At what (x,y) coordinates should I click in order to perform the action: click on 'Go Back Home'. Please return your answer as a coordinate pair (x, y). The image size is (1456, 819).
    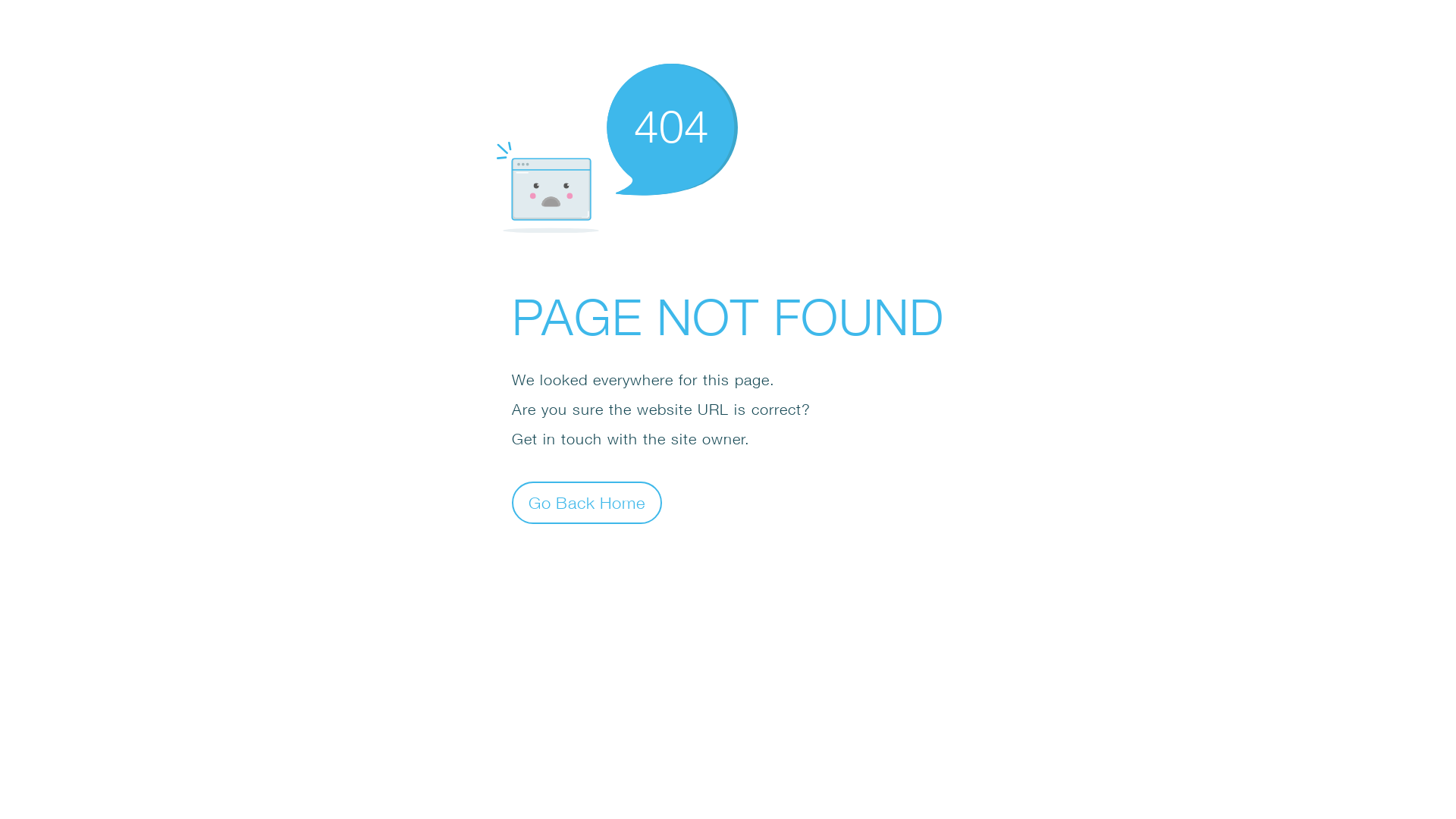
    Looking at the image, I should click on (585, 503).